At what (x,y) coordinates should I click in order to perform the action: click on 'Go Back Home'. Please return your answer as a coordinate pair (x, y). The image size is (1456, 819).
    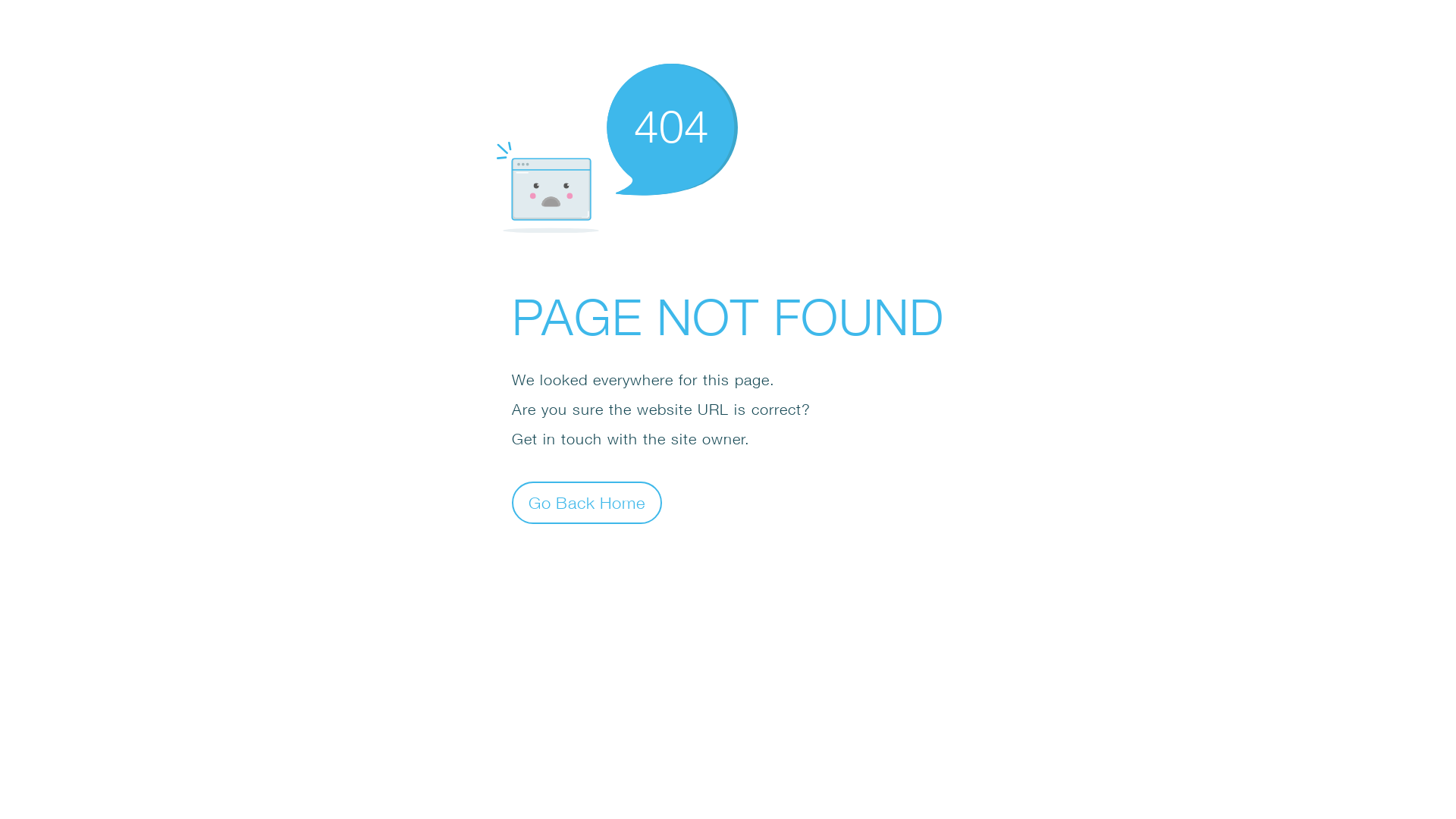
    Looking at the image, I should click on (585, 503).